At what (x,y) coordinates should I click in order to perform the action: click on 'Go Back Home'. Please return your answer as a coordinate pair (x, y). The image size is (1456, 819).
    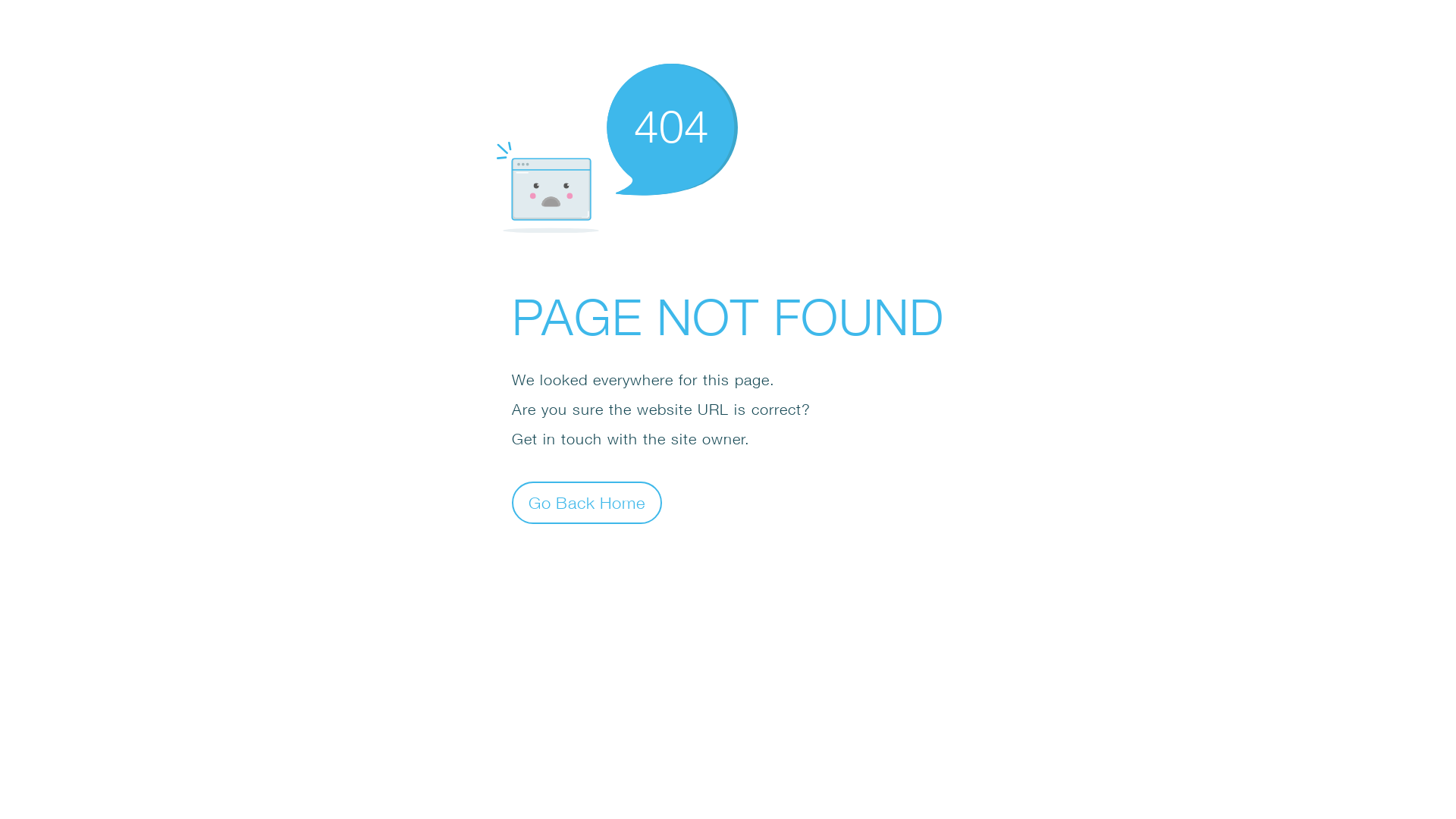
    Looking at the image, I should click on (585, 503).